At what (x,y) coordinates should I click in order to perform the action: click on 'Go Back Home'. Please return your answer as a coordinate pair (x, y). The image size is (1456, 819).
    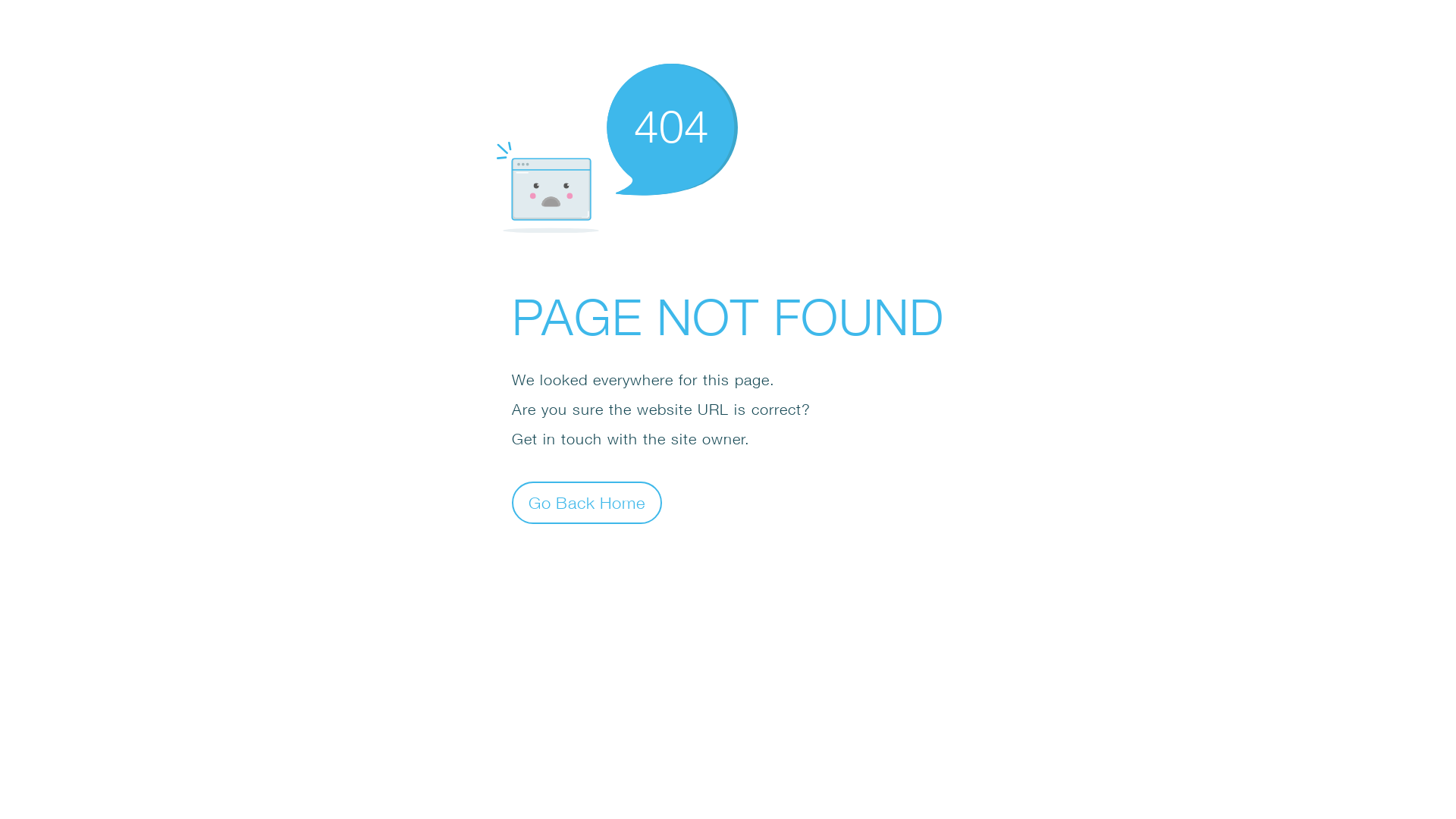
    Looking at the image, I should click on (585, 503).